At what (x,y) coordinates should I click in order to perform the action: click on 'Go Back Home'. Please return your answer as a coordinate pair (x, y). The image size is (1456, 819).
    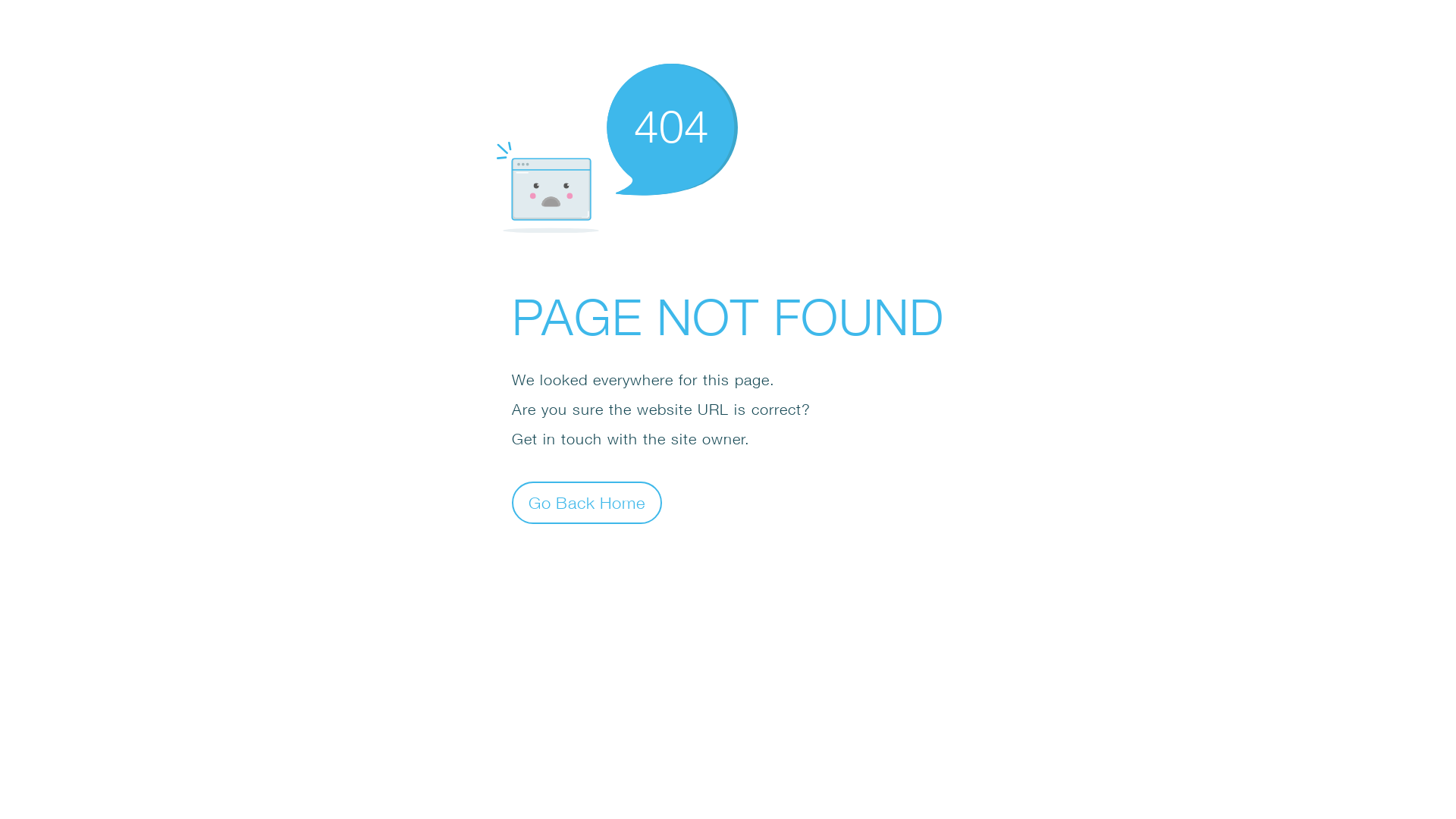
    Looking at the image, I should click on (585, 503).